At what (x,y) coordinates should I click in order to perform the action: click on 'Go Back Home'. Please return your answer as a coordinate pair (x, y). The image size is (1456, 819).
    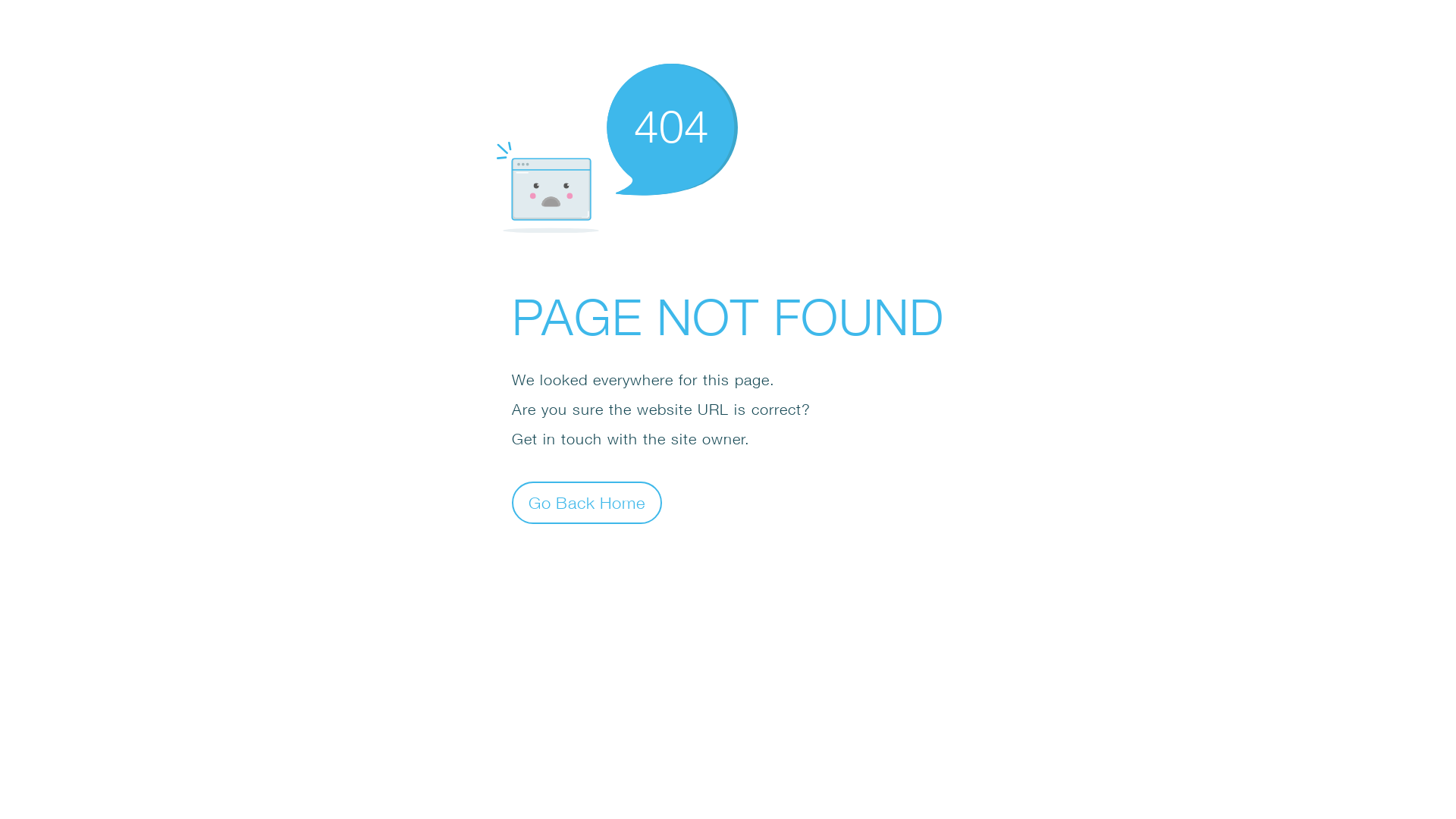
    Looking at the image, I should click on (585, 503).